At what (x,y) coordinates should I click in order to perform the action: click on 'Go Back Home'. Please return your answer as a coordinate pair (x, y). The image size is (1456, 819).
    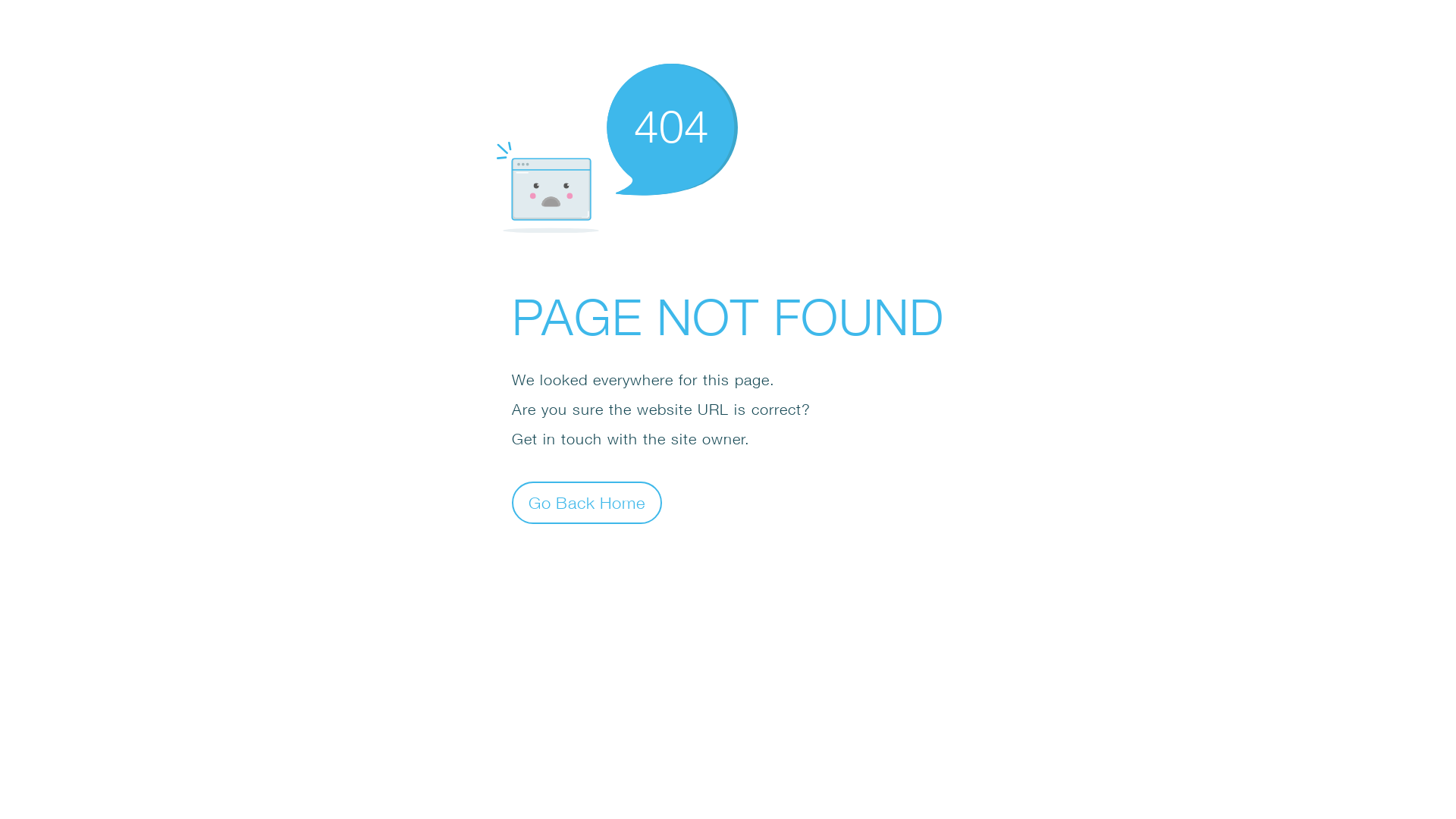
    Looking at the image, I should click on (585, 503).